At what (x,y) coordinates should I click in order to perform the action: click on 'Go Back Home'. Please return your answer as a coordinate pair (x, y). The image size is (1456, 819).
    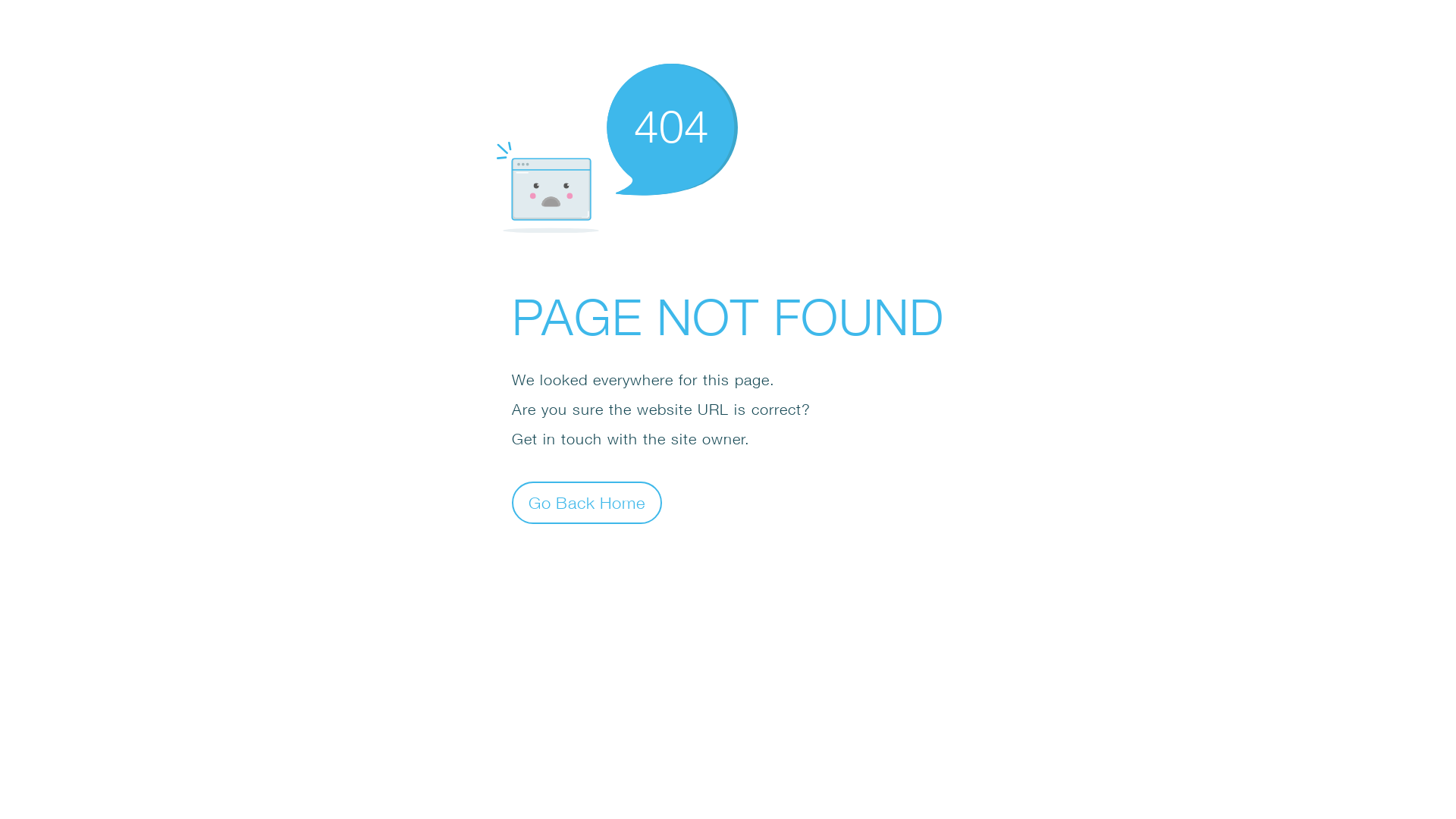
    Looking at the image, I should click on (585, 503).